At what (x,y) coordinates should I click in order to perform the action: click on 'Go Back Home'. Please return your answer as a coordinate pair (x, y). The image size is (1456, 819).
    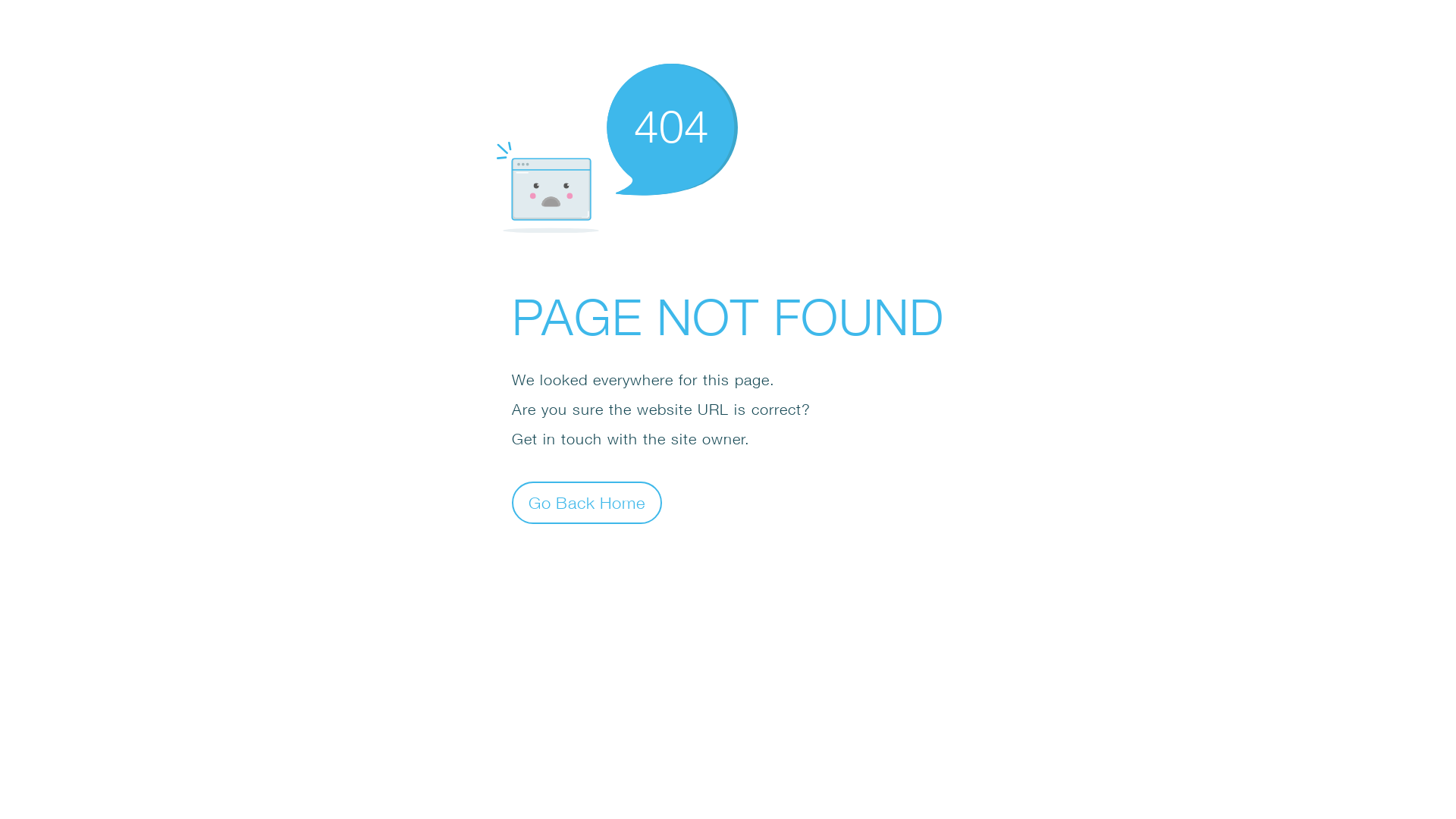
    Looking at the image, I should click on (585, 503).